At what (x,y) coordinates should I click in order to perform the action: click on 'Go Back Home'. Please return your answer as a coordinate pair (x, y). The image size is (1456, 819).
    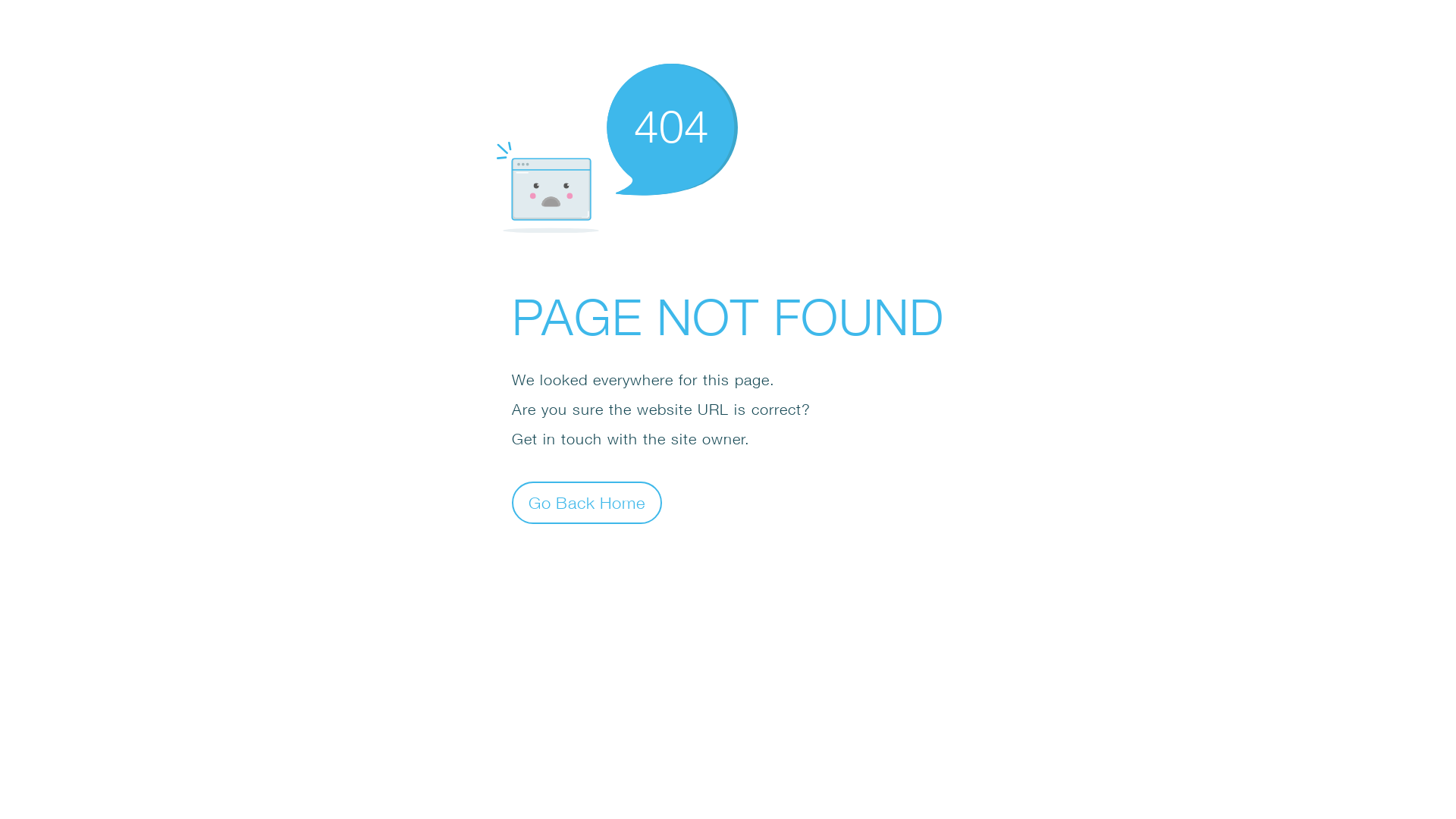
    Looking at the image, I should click on (585, 503).